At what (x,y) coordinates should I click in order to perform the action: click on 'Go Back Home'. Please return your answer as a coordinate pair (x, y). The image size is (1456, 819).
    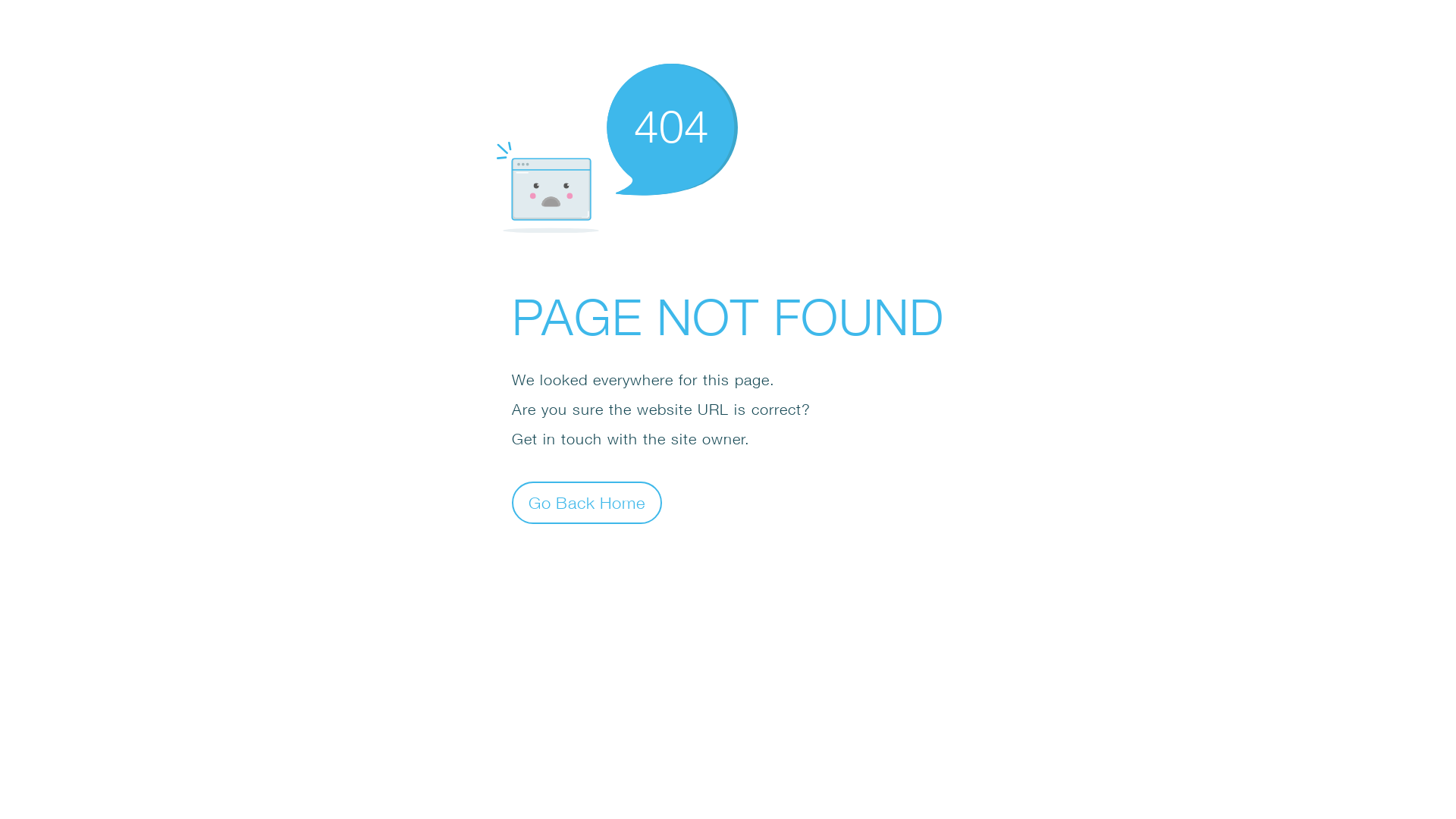
    Looking at the image, I should click on (585, 503).